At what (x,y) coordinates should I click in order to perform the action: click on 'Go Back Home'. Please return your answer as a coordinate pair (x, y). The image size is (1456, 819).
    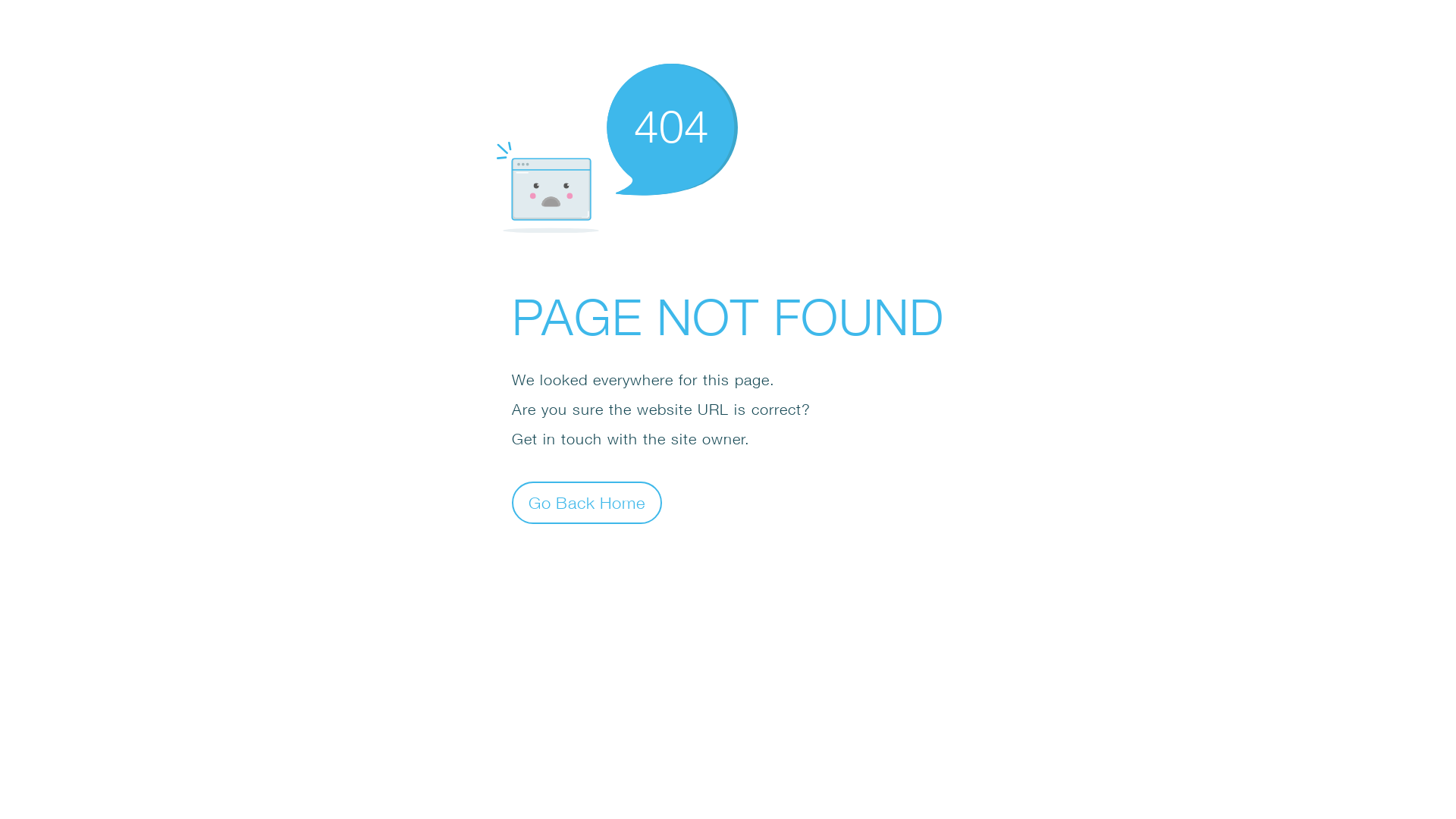
    Looking at the image, I should click on (585, 503).